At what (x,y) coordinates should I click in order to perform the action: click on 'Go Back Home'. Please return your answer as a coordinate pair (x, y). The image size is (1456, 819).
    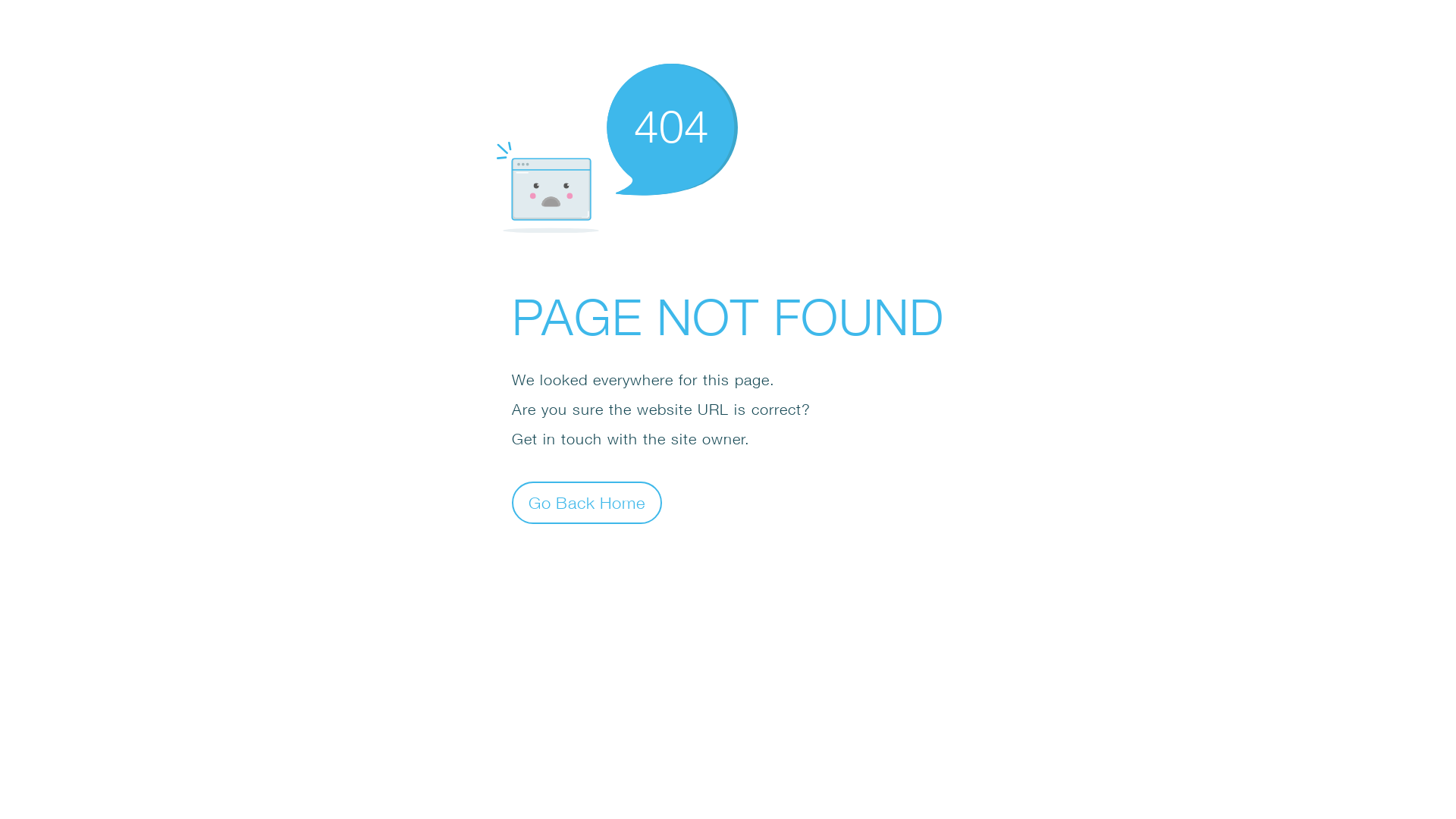
    Looking at the image, I should click on (585, 503).